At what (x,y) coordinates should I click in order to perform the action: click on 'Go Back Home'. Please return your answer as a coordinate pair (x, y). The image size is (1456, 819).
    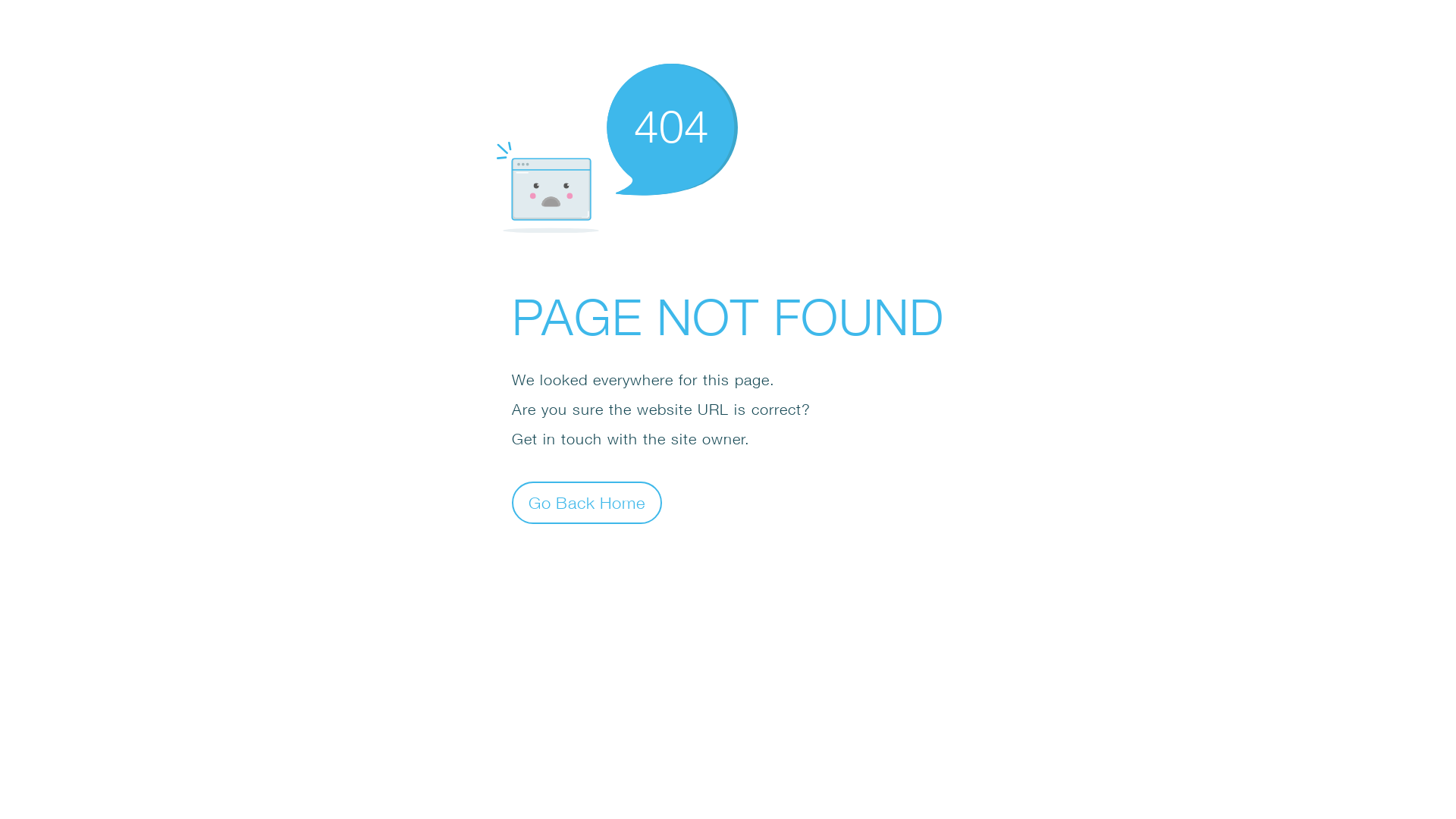
    Looking at the image, I should click on (585, 503).